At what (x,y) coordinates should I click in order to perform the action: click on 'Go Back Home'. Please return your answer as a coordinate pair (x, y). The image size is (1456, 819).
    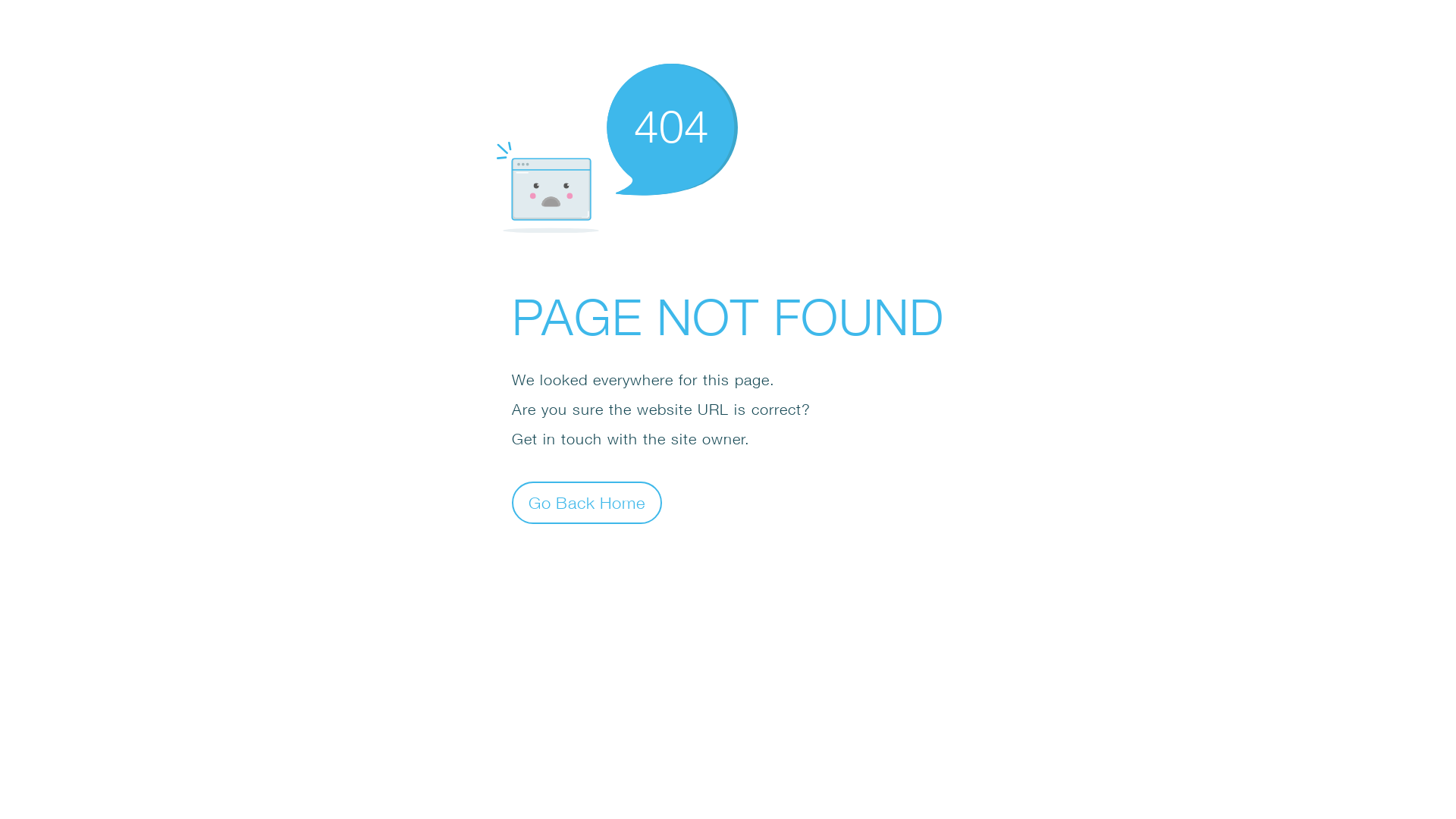
    Looking at the image, I should click on (585, 503).